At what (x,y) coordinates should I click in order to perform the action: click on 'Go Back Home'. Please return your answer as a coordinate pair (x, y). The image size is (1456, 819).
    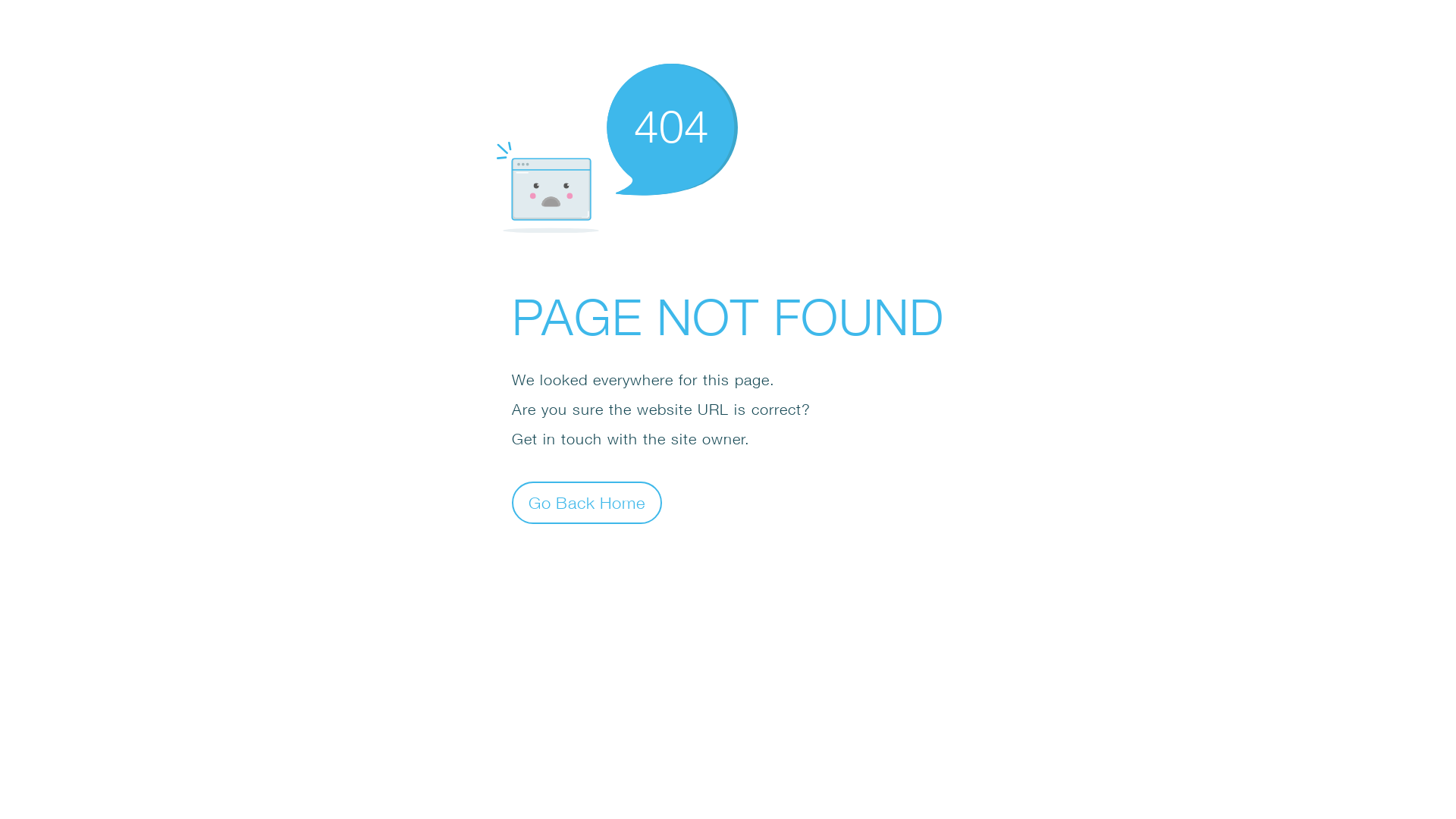
    Looking at the image, I should click on (585, 503).